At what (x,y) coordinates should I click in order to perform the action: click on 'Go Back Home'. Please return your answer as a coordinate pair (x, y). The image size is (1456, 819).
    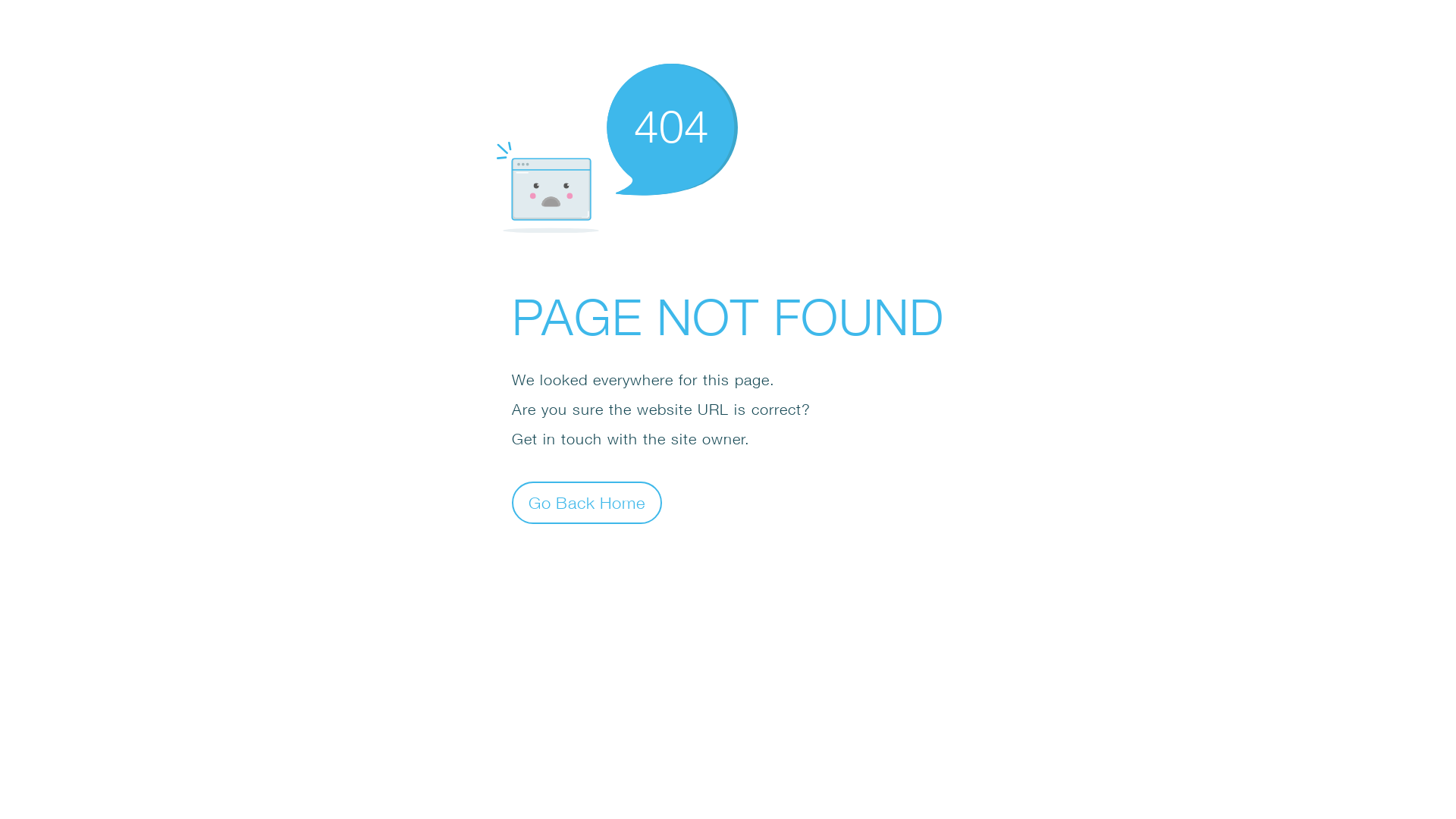
    Looking at the image, I should click on (585, 503).